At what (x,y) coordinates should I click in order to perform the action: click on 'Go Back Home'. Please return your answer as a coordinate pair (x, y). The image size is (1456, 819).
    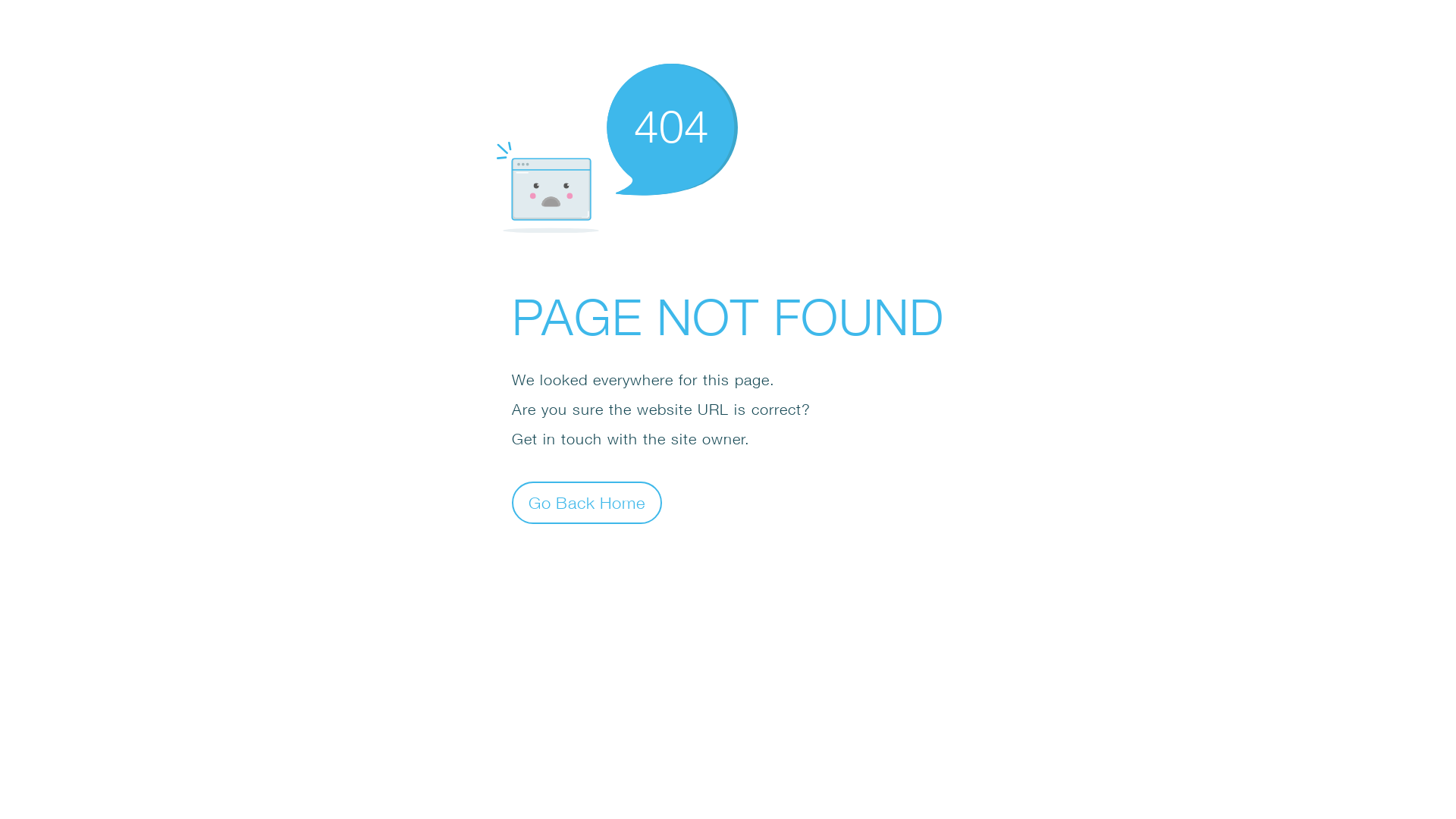
    Looking at the image, I should click on (585, 503).